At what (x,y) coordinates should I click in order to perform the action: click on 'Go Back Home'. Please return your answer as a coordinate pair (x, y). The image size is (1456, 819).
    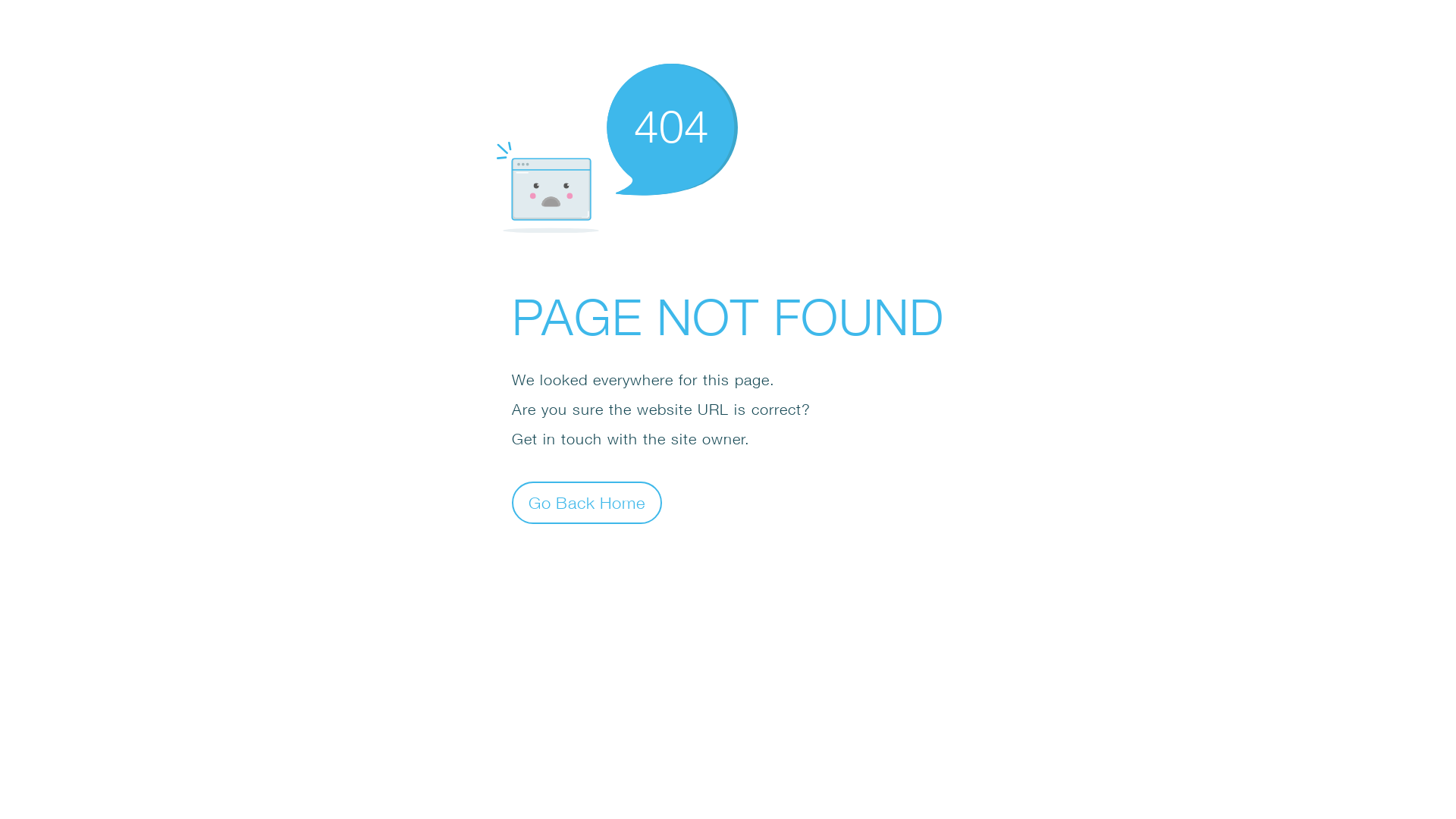
    Looking at the image, I should click on (585, 503).